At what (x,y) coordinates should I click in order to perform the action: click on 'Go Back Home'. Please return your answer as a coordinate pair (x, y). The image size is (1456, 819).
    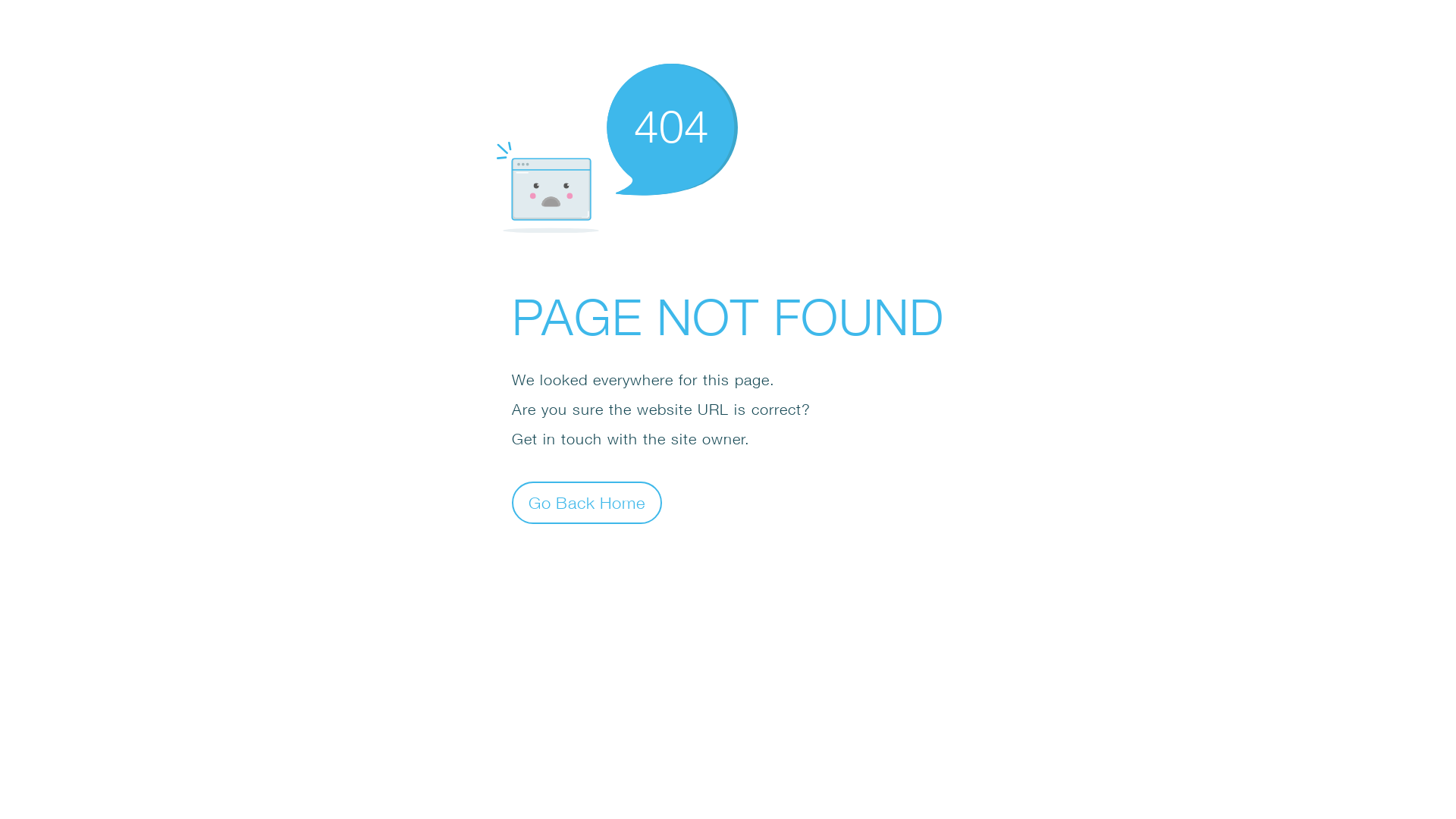
    Looking at the image, I should click on (585, 503).